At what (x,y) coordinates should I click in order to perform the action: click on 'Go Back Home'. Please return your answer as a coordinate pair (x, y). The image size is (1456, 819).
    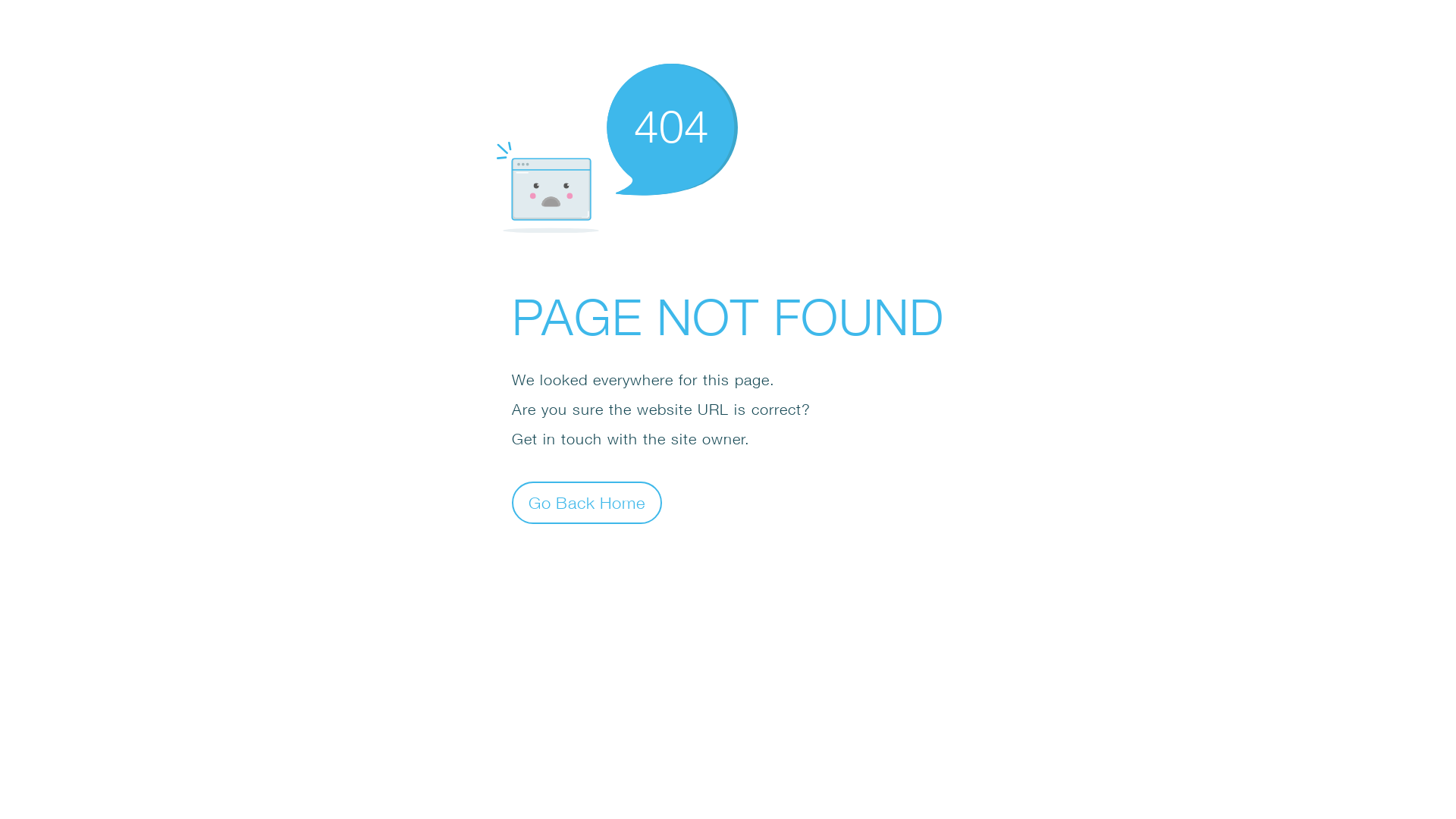
    Looking at the image, I should click on (585, 503).